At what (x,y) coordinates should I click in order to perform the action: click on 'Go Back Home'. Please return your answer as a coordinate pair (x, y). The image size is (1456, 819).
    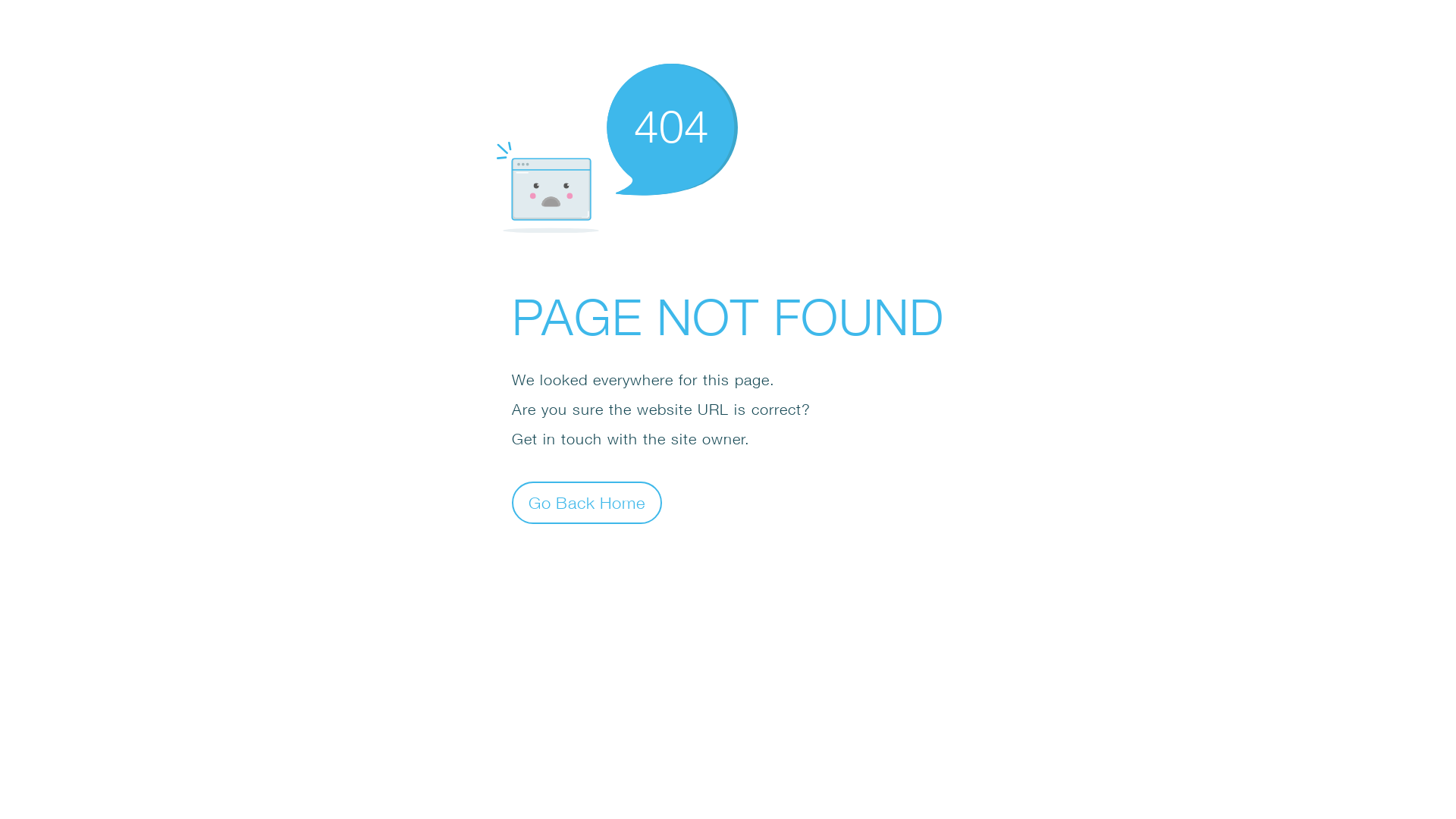
    Looking at the image, I should click on (585, 503).